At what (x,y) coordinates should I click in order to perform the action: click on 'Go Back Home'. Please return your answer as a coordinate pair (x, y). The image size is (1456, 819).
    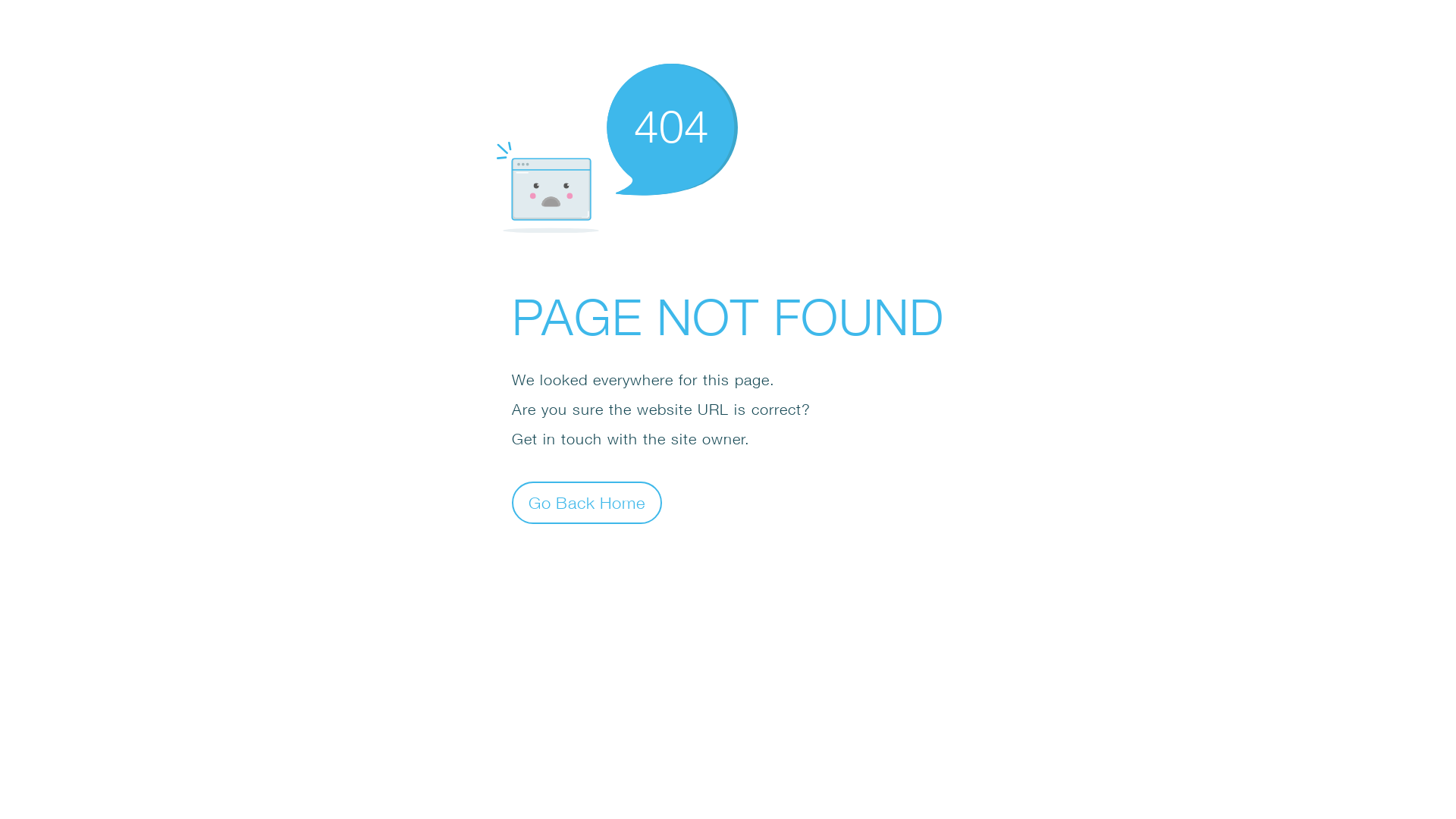
    Looking at the image, I should click on (585, 503).